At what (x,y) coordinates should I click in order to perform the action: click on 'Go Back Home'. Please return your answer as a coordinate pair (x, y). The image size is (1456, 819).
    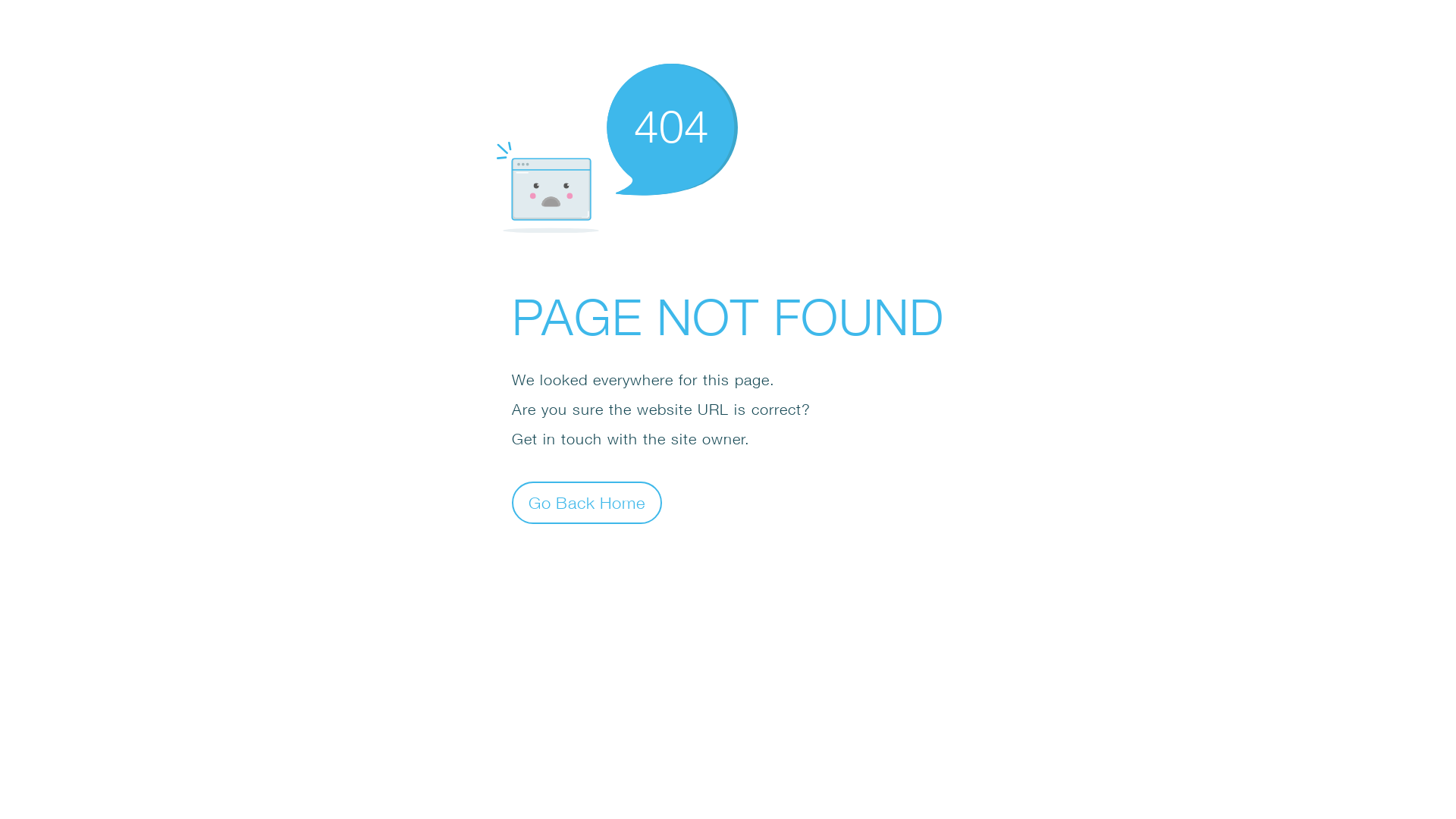
    Looking at the image, I should click on (585, 503).